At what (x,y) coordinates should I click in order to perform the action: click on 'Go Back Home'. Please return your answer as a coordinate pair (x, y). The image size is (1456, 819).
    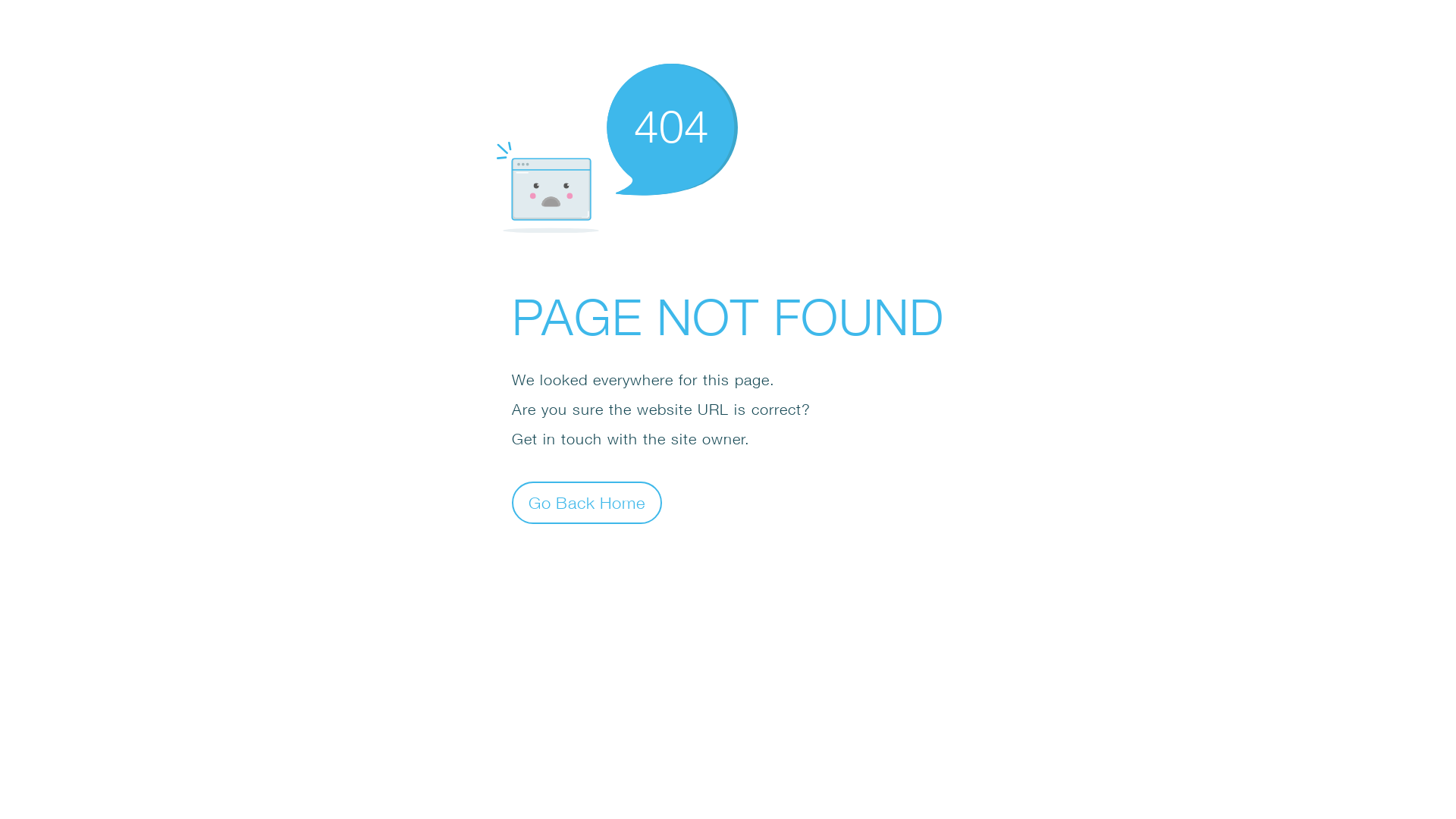
    Looking at the image, I should click on (585, 503).